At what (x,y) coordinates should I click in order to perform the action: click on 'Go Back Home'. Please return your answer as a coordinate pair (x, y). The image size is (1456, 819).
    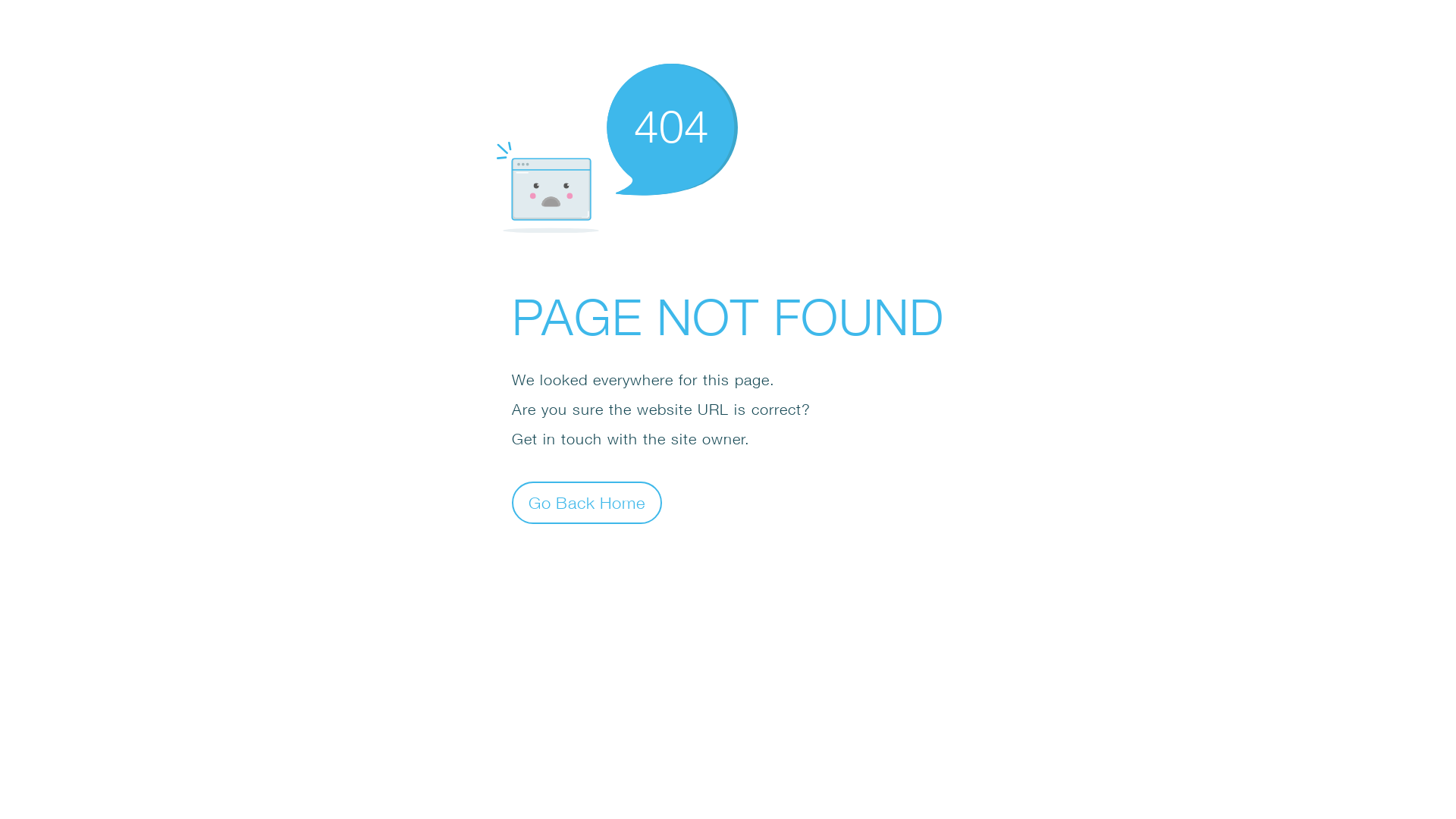
    Looking at the image, I should click on (585, 503).